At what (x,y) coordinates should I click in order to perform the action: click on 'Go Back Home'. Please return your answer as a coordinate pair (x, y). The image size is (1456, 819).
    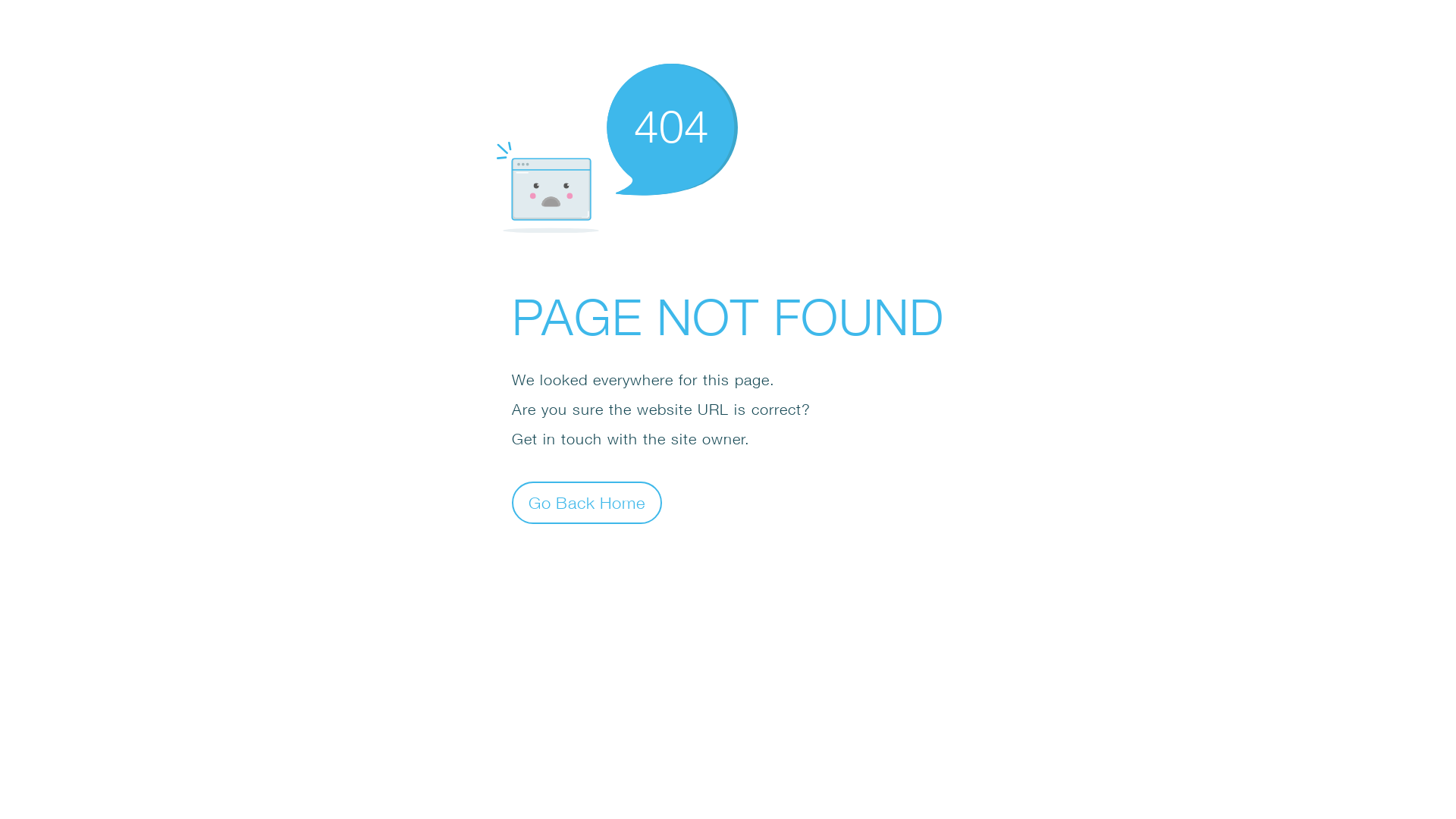
    Looking at the image, I should click on (585, 503).